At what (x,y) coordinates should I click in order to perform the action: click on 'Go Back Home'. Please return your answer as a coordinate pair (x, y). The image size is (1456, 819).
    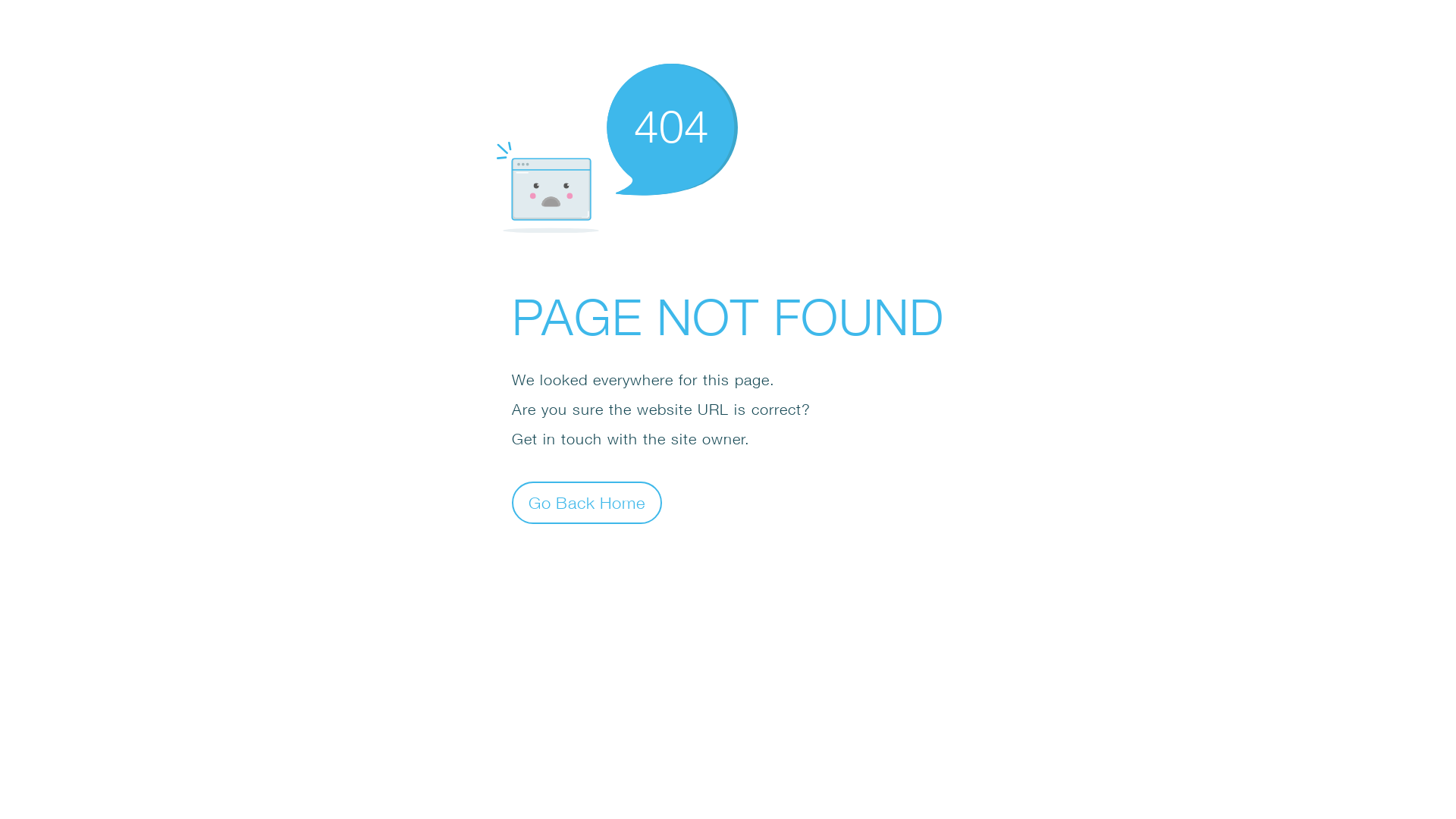
    Looking at the image, I should click on (585, 503).